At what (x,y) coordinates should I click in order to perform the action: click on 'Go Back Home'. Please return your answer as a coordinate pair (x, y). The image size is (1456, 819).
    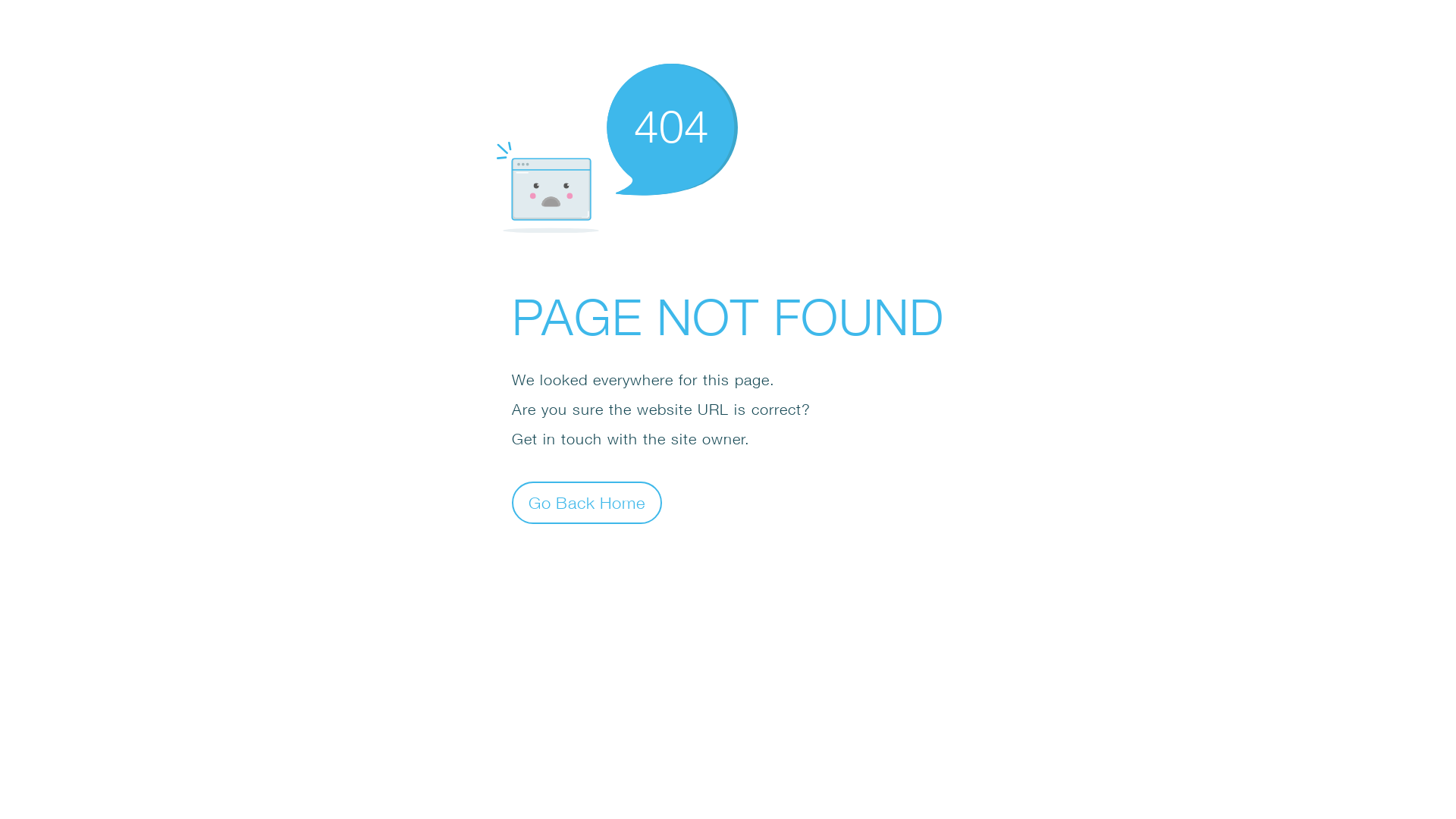
    Looking at the image, I should click on (585, 503).